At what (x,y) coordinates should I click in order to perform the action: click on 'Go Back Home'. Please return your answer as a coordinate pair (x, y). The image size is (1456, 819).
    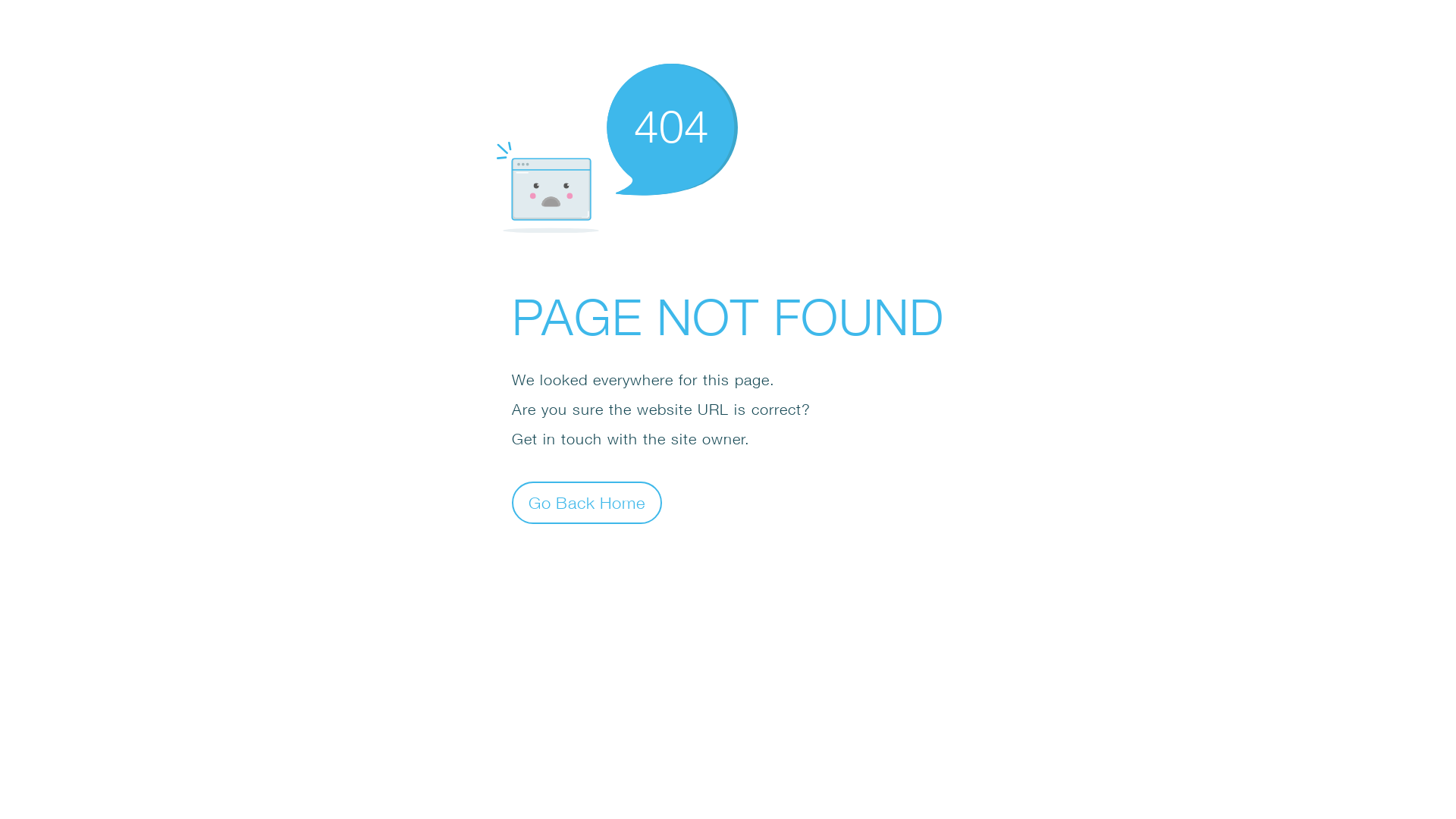
    Looking at the image, I should click on (585, 503).